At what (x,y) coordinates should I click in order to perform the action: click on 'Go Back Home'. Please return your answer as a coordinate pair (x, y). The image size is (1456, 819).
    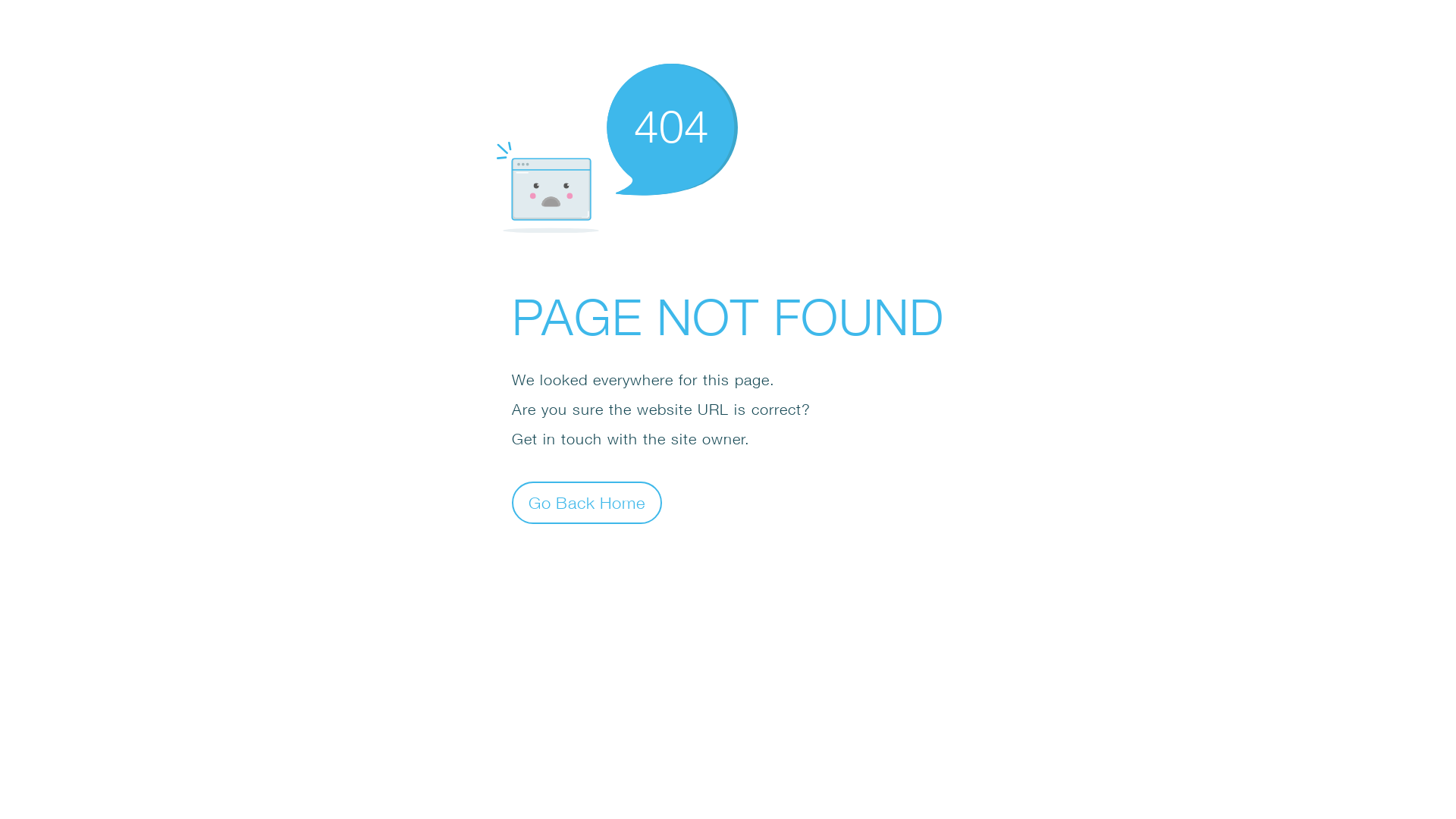
    Looking at the image, I should click on (585, 503).